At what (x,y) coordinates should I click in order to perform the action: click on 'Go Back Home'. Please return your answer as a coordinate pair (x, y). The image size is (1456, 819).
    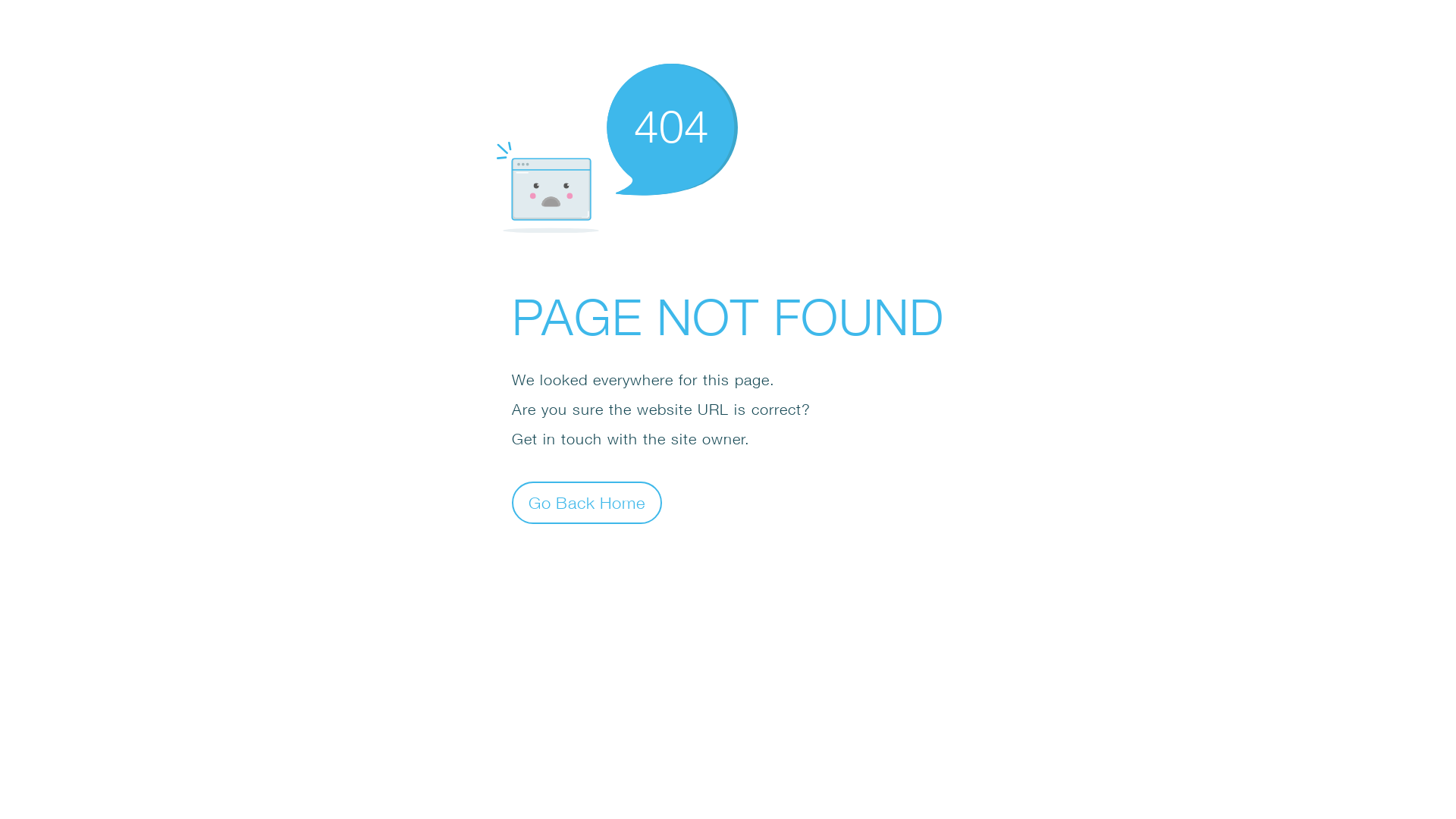
    Looking at the image, I should click on (585, 503).